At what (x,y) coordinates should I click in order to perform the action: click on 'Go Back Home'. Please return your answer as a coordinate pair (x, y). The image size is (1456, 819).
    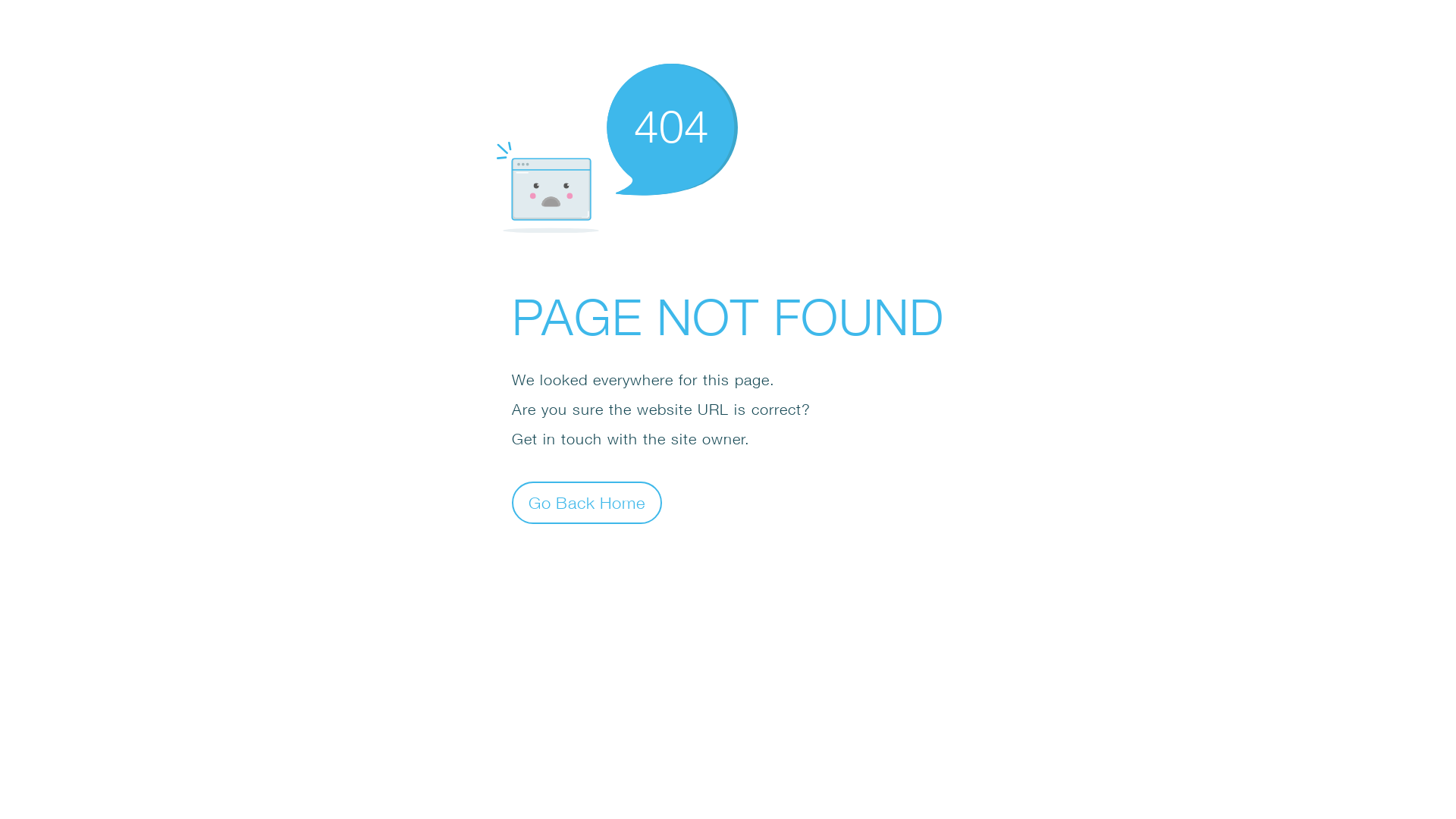
    Looking at the image, I should click on (585, 503).